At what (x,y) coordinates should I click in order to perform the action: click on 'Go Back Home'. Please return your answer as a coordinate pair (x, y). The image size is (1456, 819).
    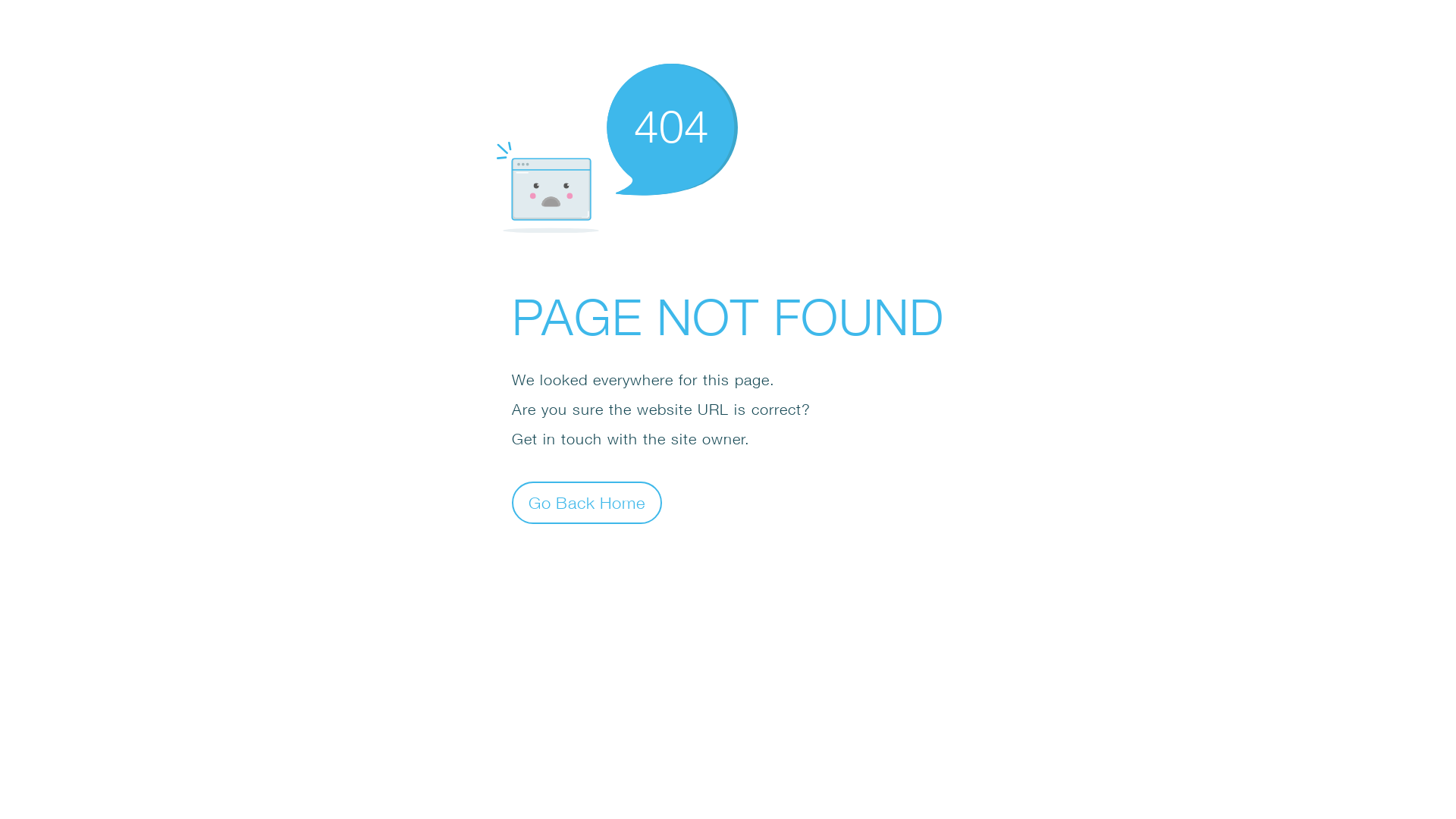
    Looking at the image, I should click on (585, 503).